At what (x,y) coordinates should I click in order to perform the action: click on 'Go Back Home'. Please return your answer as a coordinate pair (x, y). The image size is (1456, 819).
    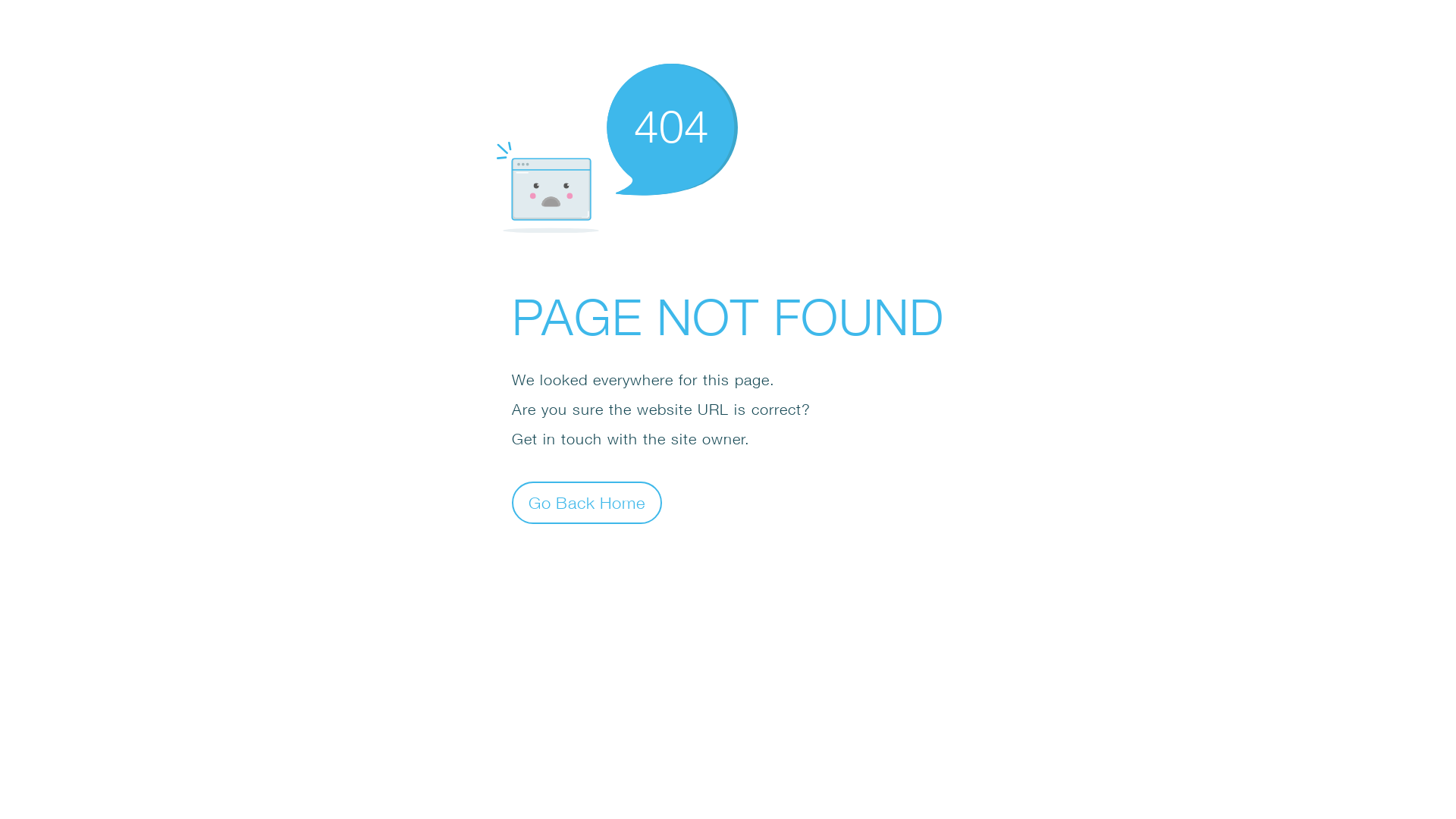
    Looking at the image, I should click on (585, 503).